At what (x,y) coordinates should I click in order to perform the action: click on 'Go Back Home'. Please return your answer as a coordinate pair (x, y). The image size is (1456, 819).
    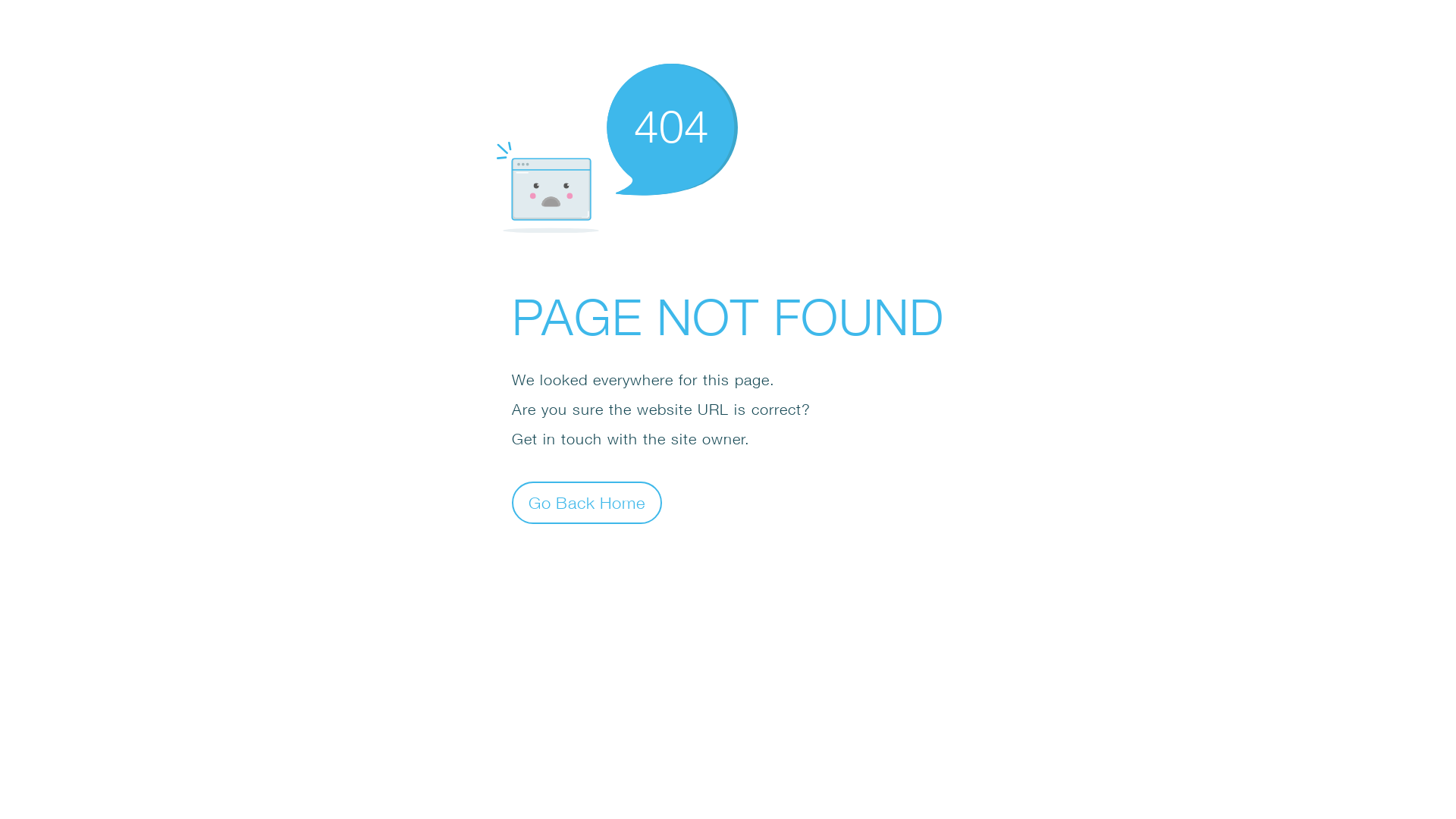
    Looking at the image, I should click on (585, 503).